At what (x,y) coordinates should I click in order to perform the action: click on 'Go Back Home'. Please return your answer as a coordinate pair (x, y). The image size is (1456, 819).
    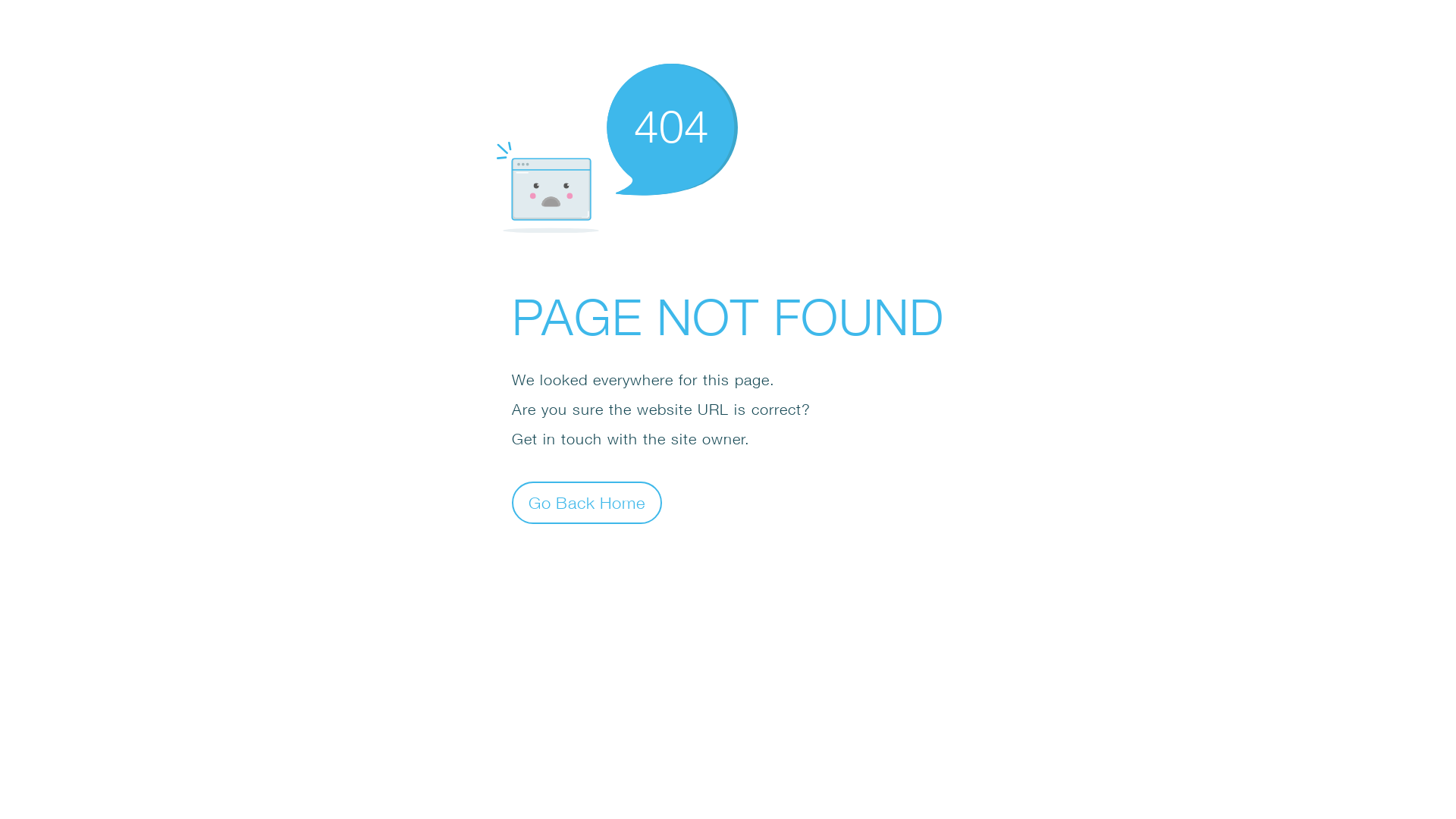
    Looking at the image, I should click on (585, 503).